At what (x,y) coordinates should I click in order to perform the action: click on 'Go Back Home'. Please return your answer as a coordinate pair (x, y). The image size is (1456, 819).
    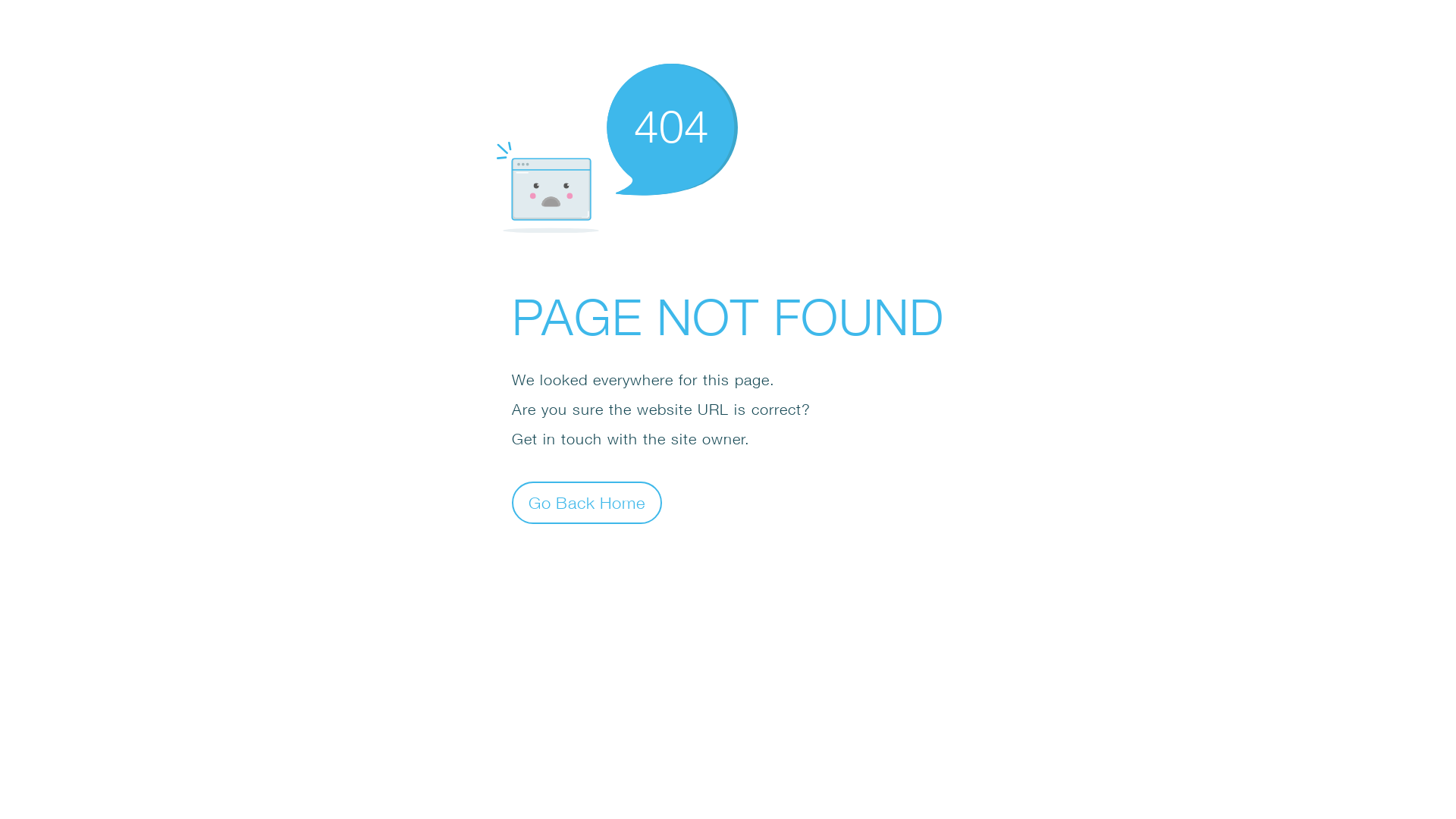
    Looking at the image, I should click on (585, 503).